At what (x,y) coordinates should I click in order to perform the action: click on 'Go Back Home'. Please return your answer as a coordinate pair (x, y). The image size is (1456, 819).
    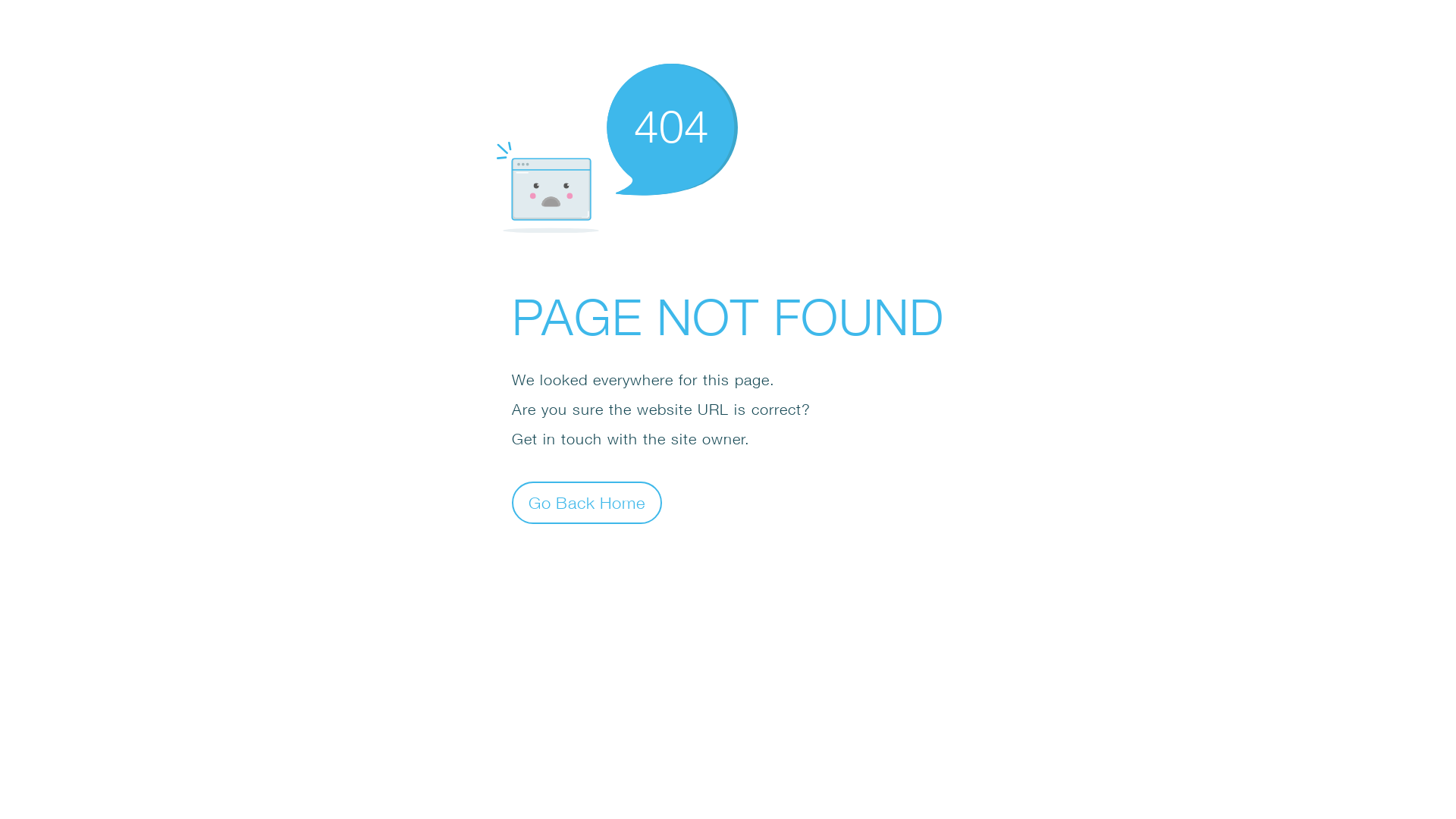
    Looking at the image, I should click on (585, 503).